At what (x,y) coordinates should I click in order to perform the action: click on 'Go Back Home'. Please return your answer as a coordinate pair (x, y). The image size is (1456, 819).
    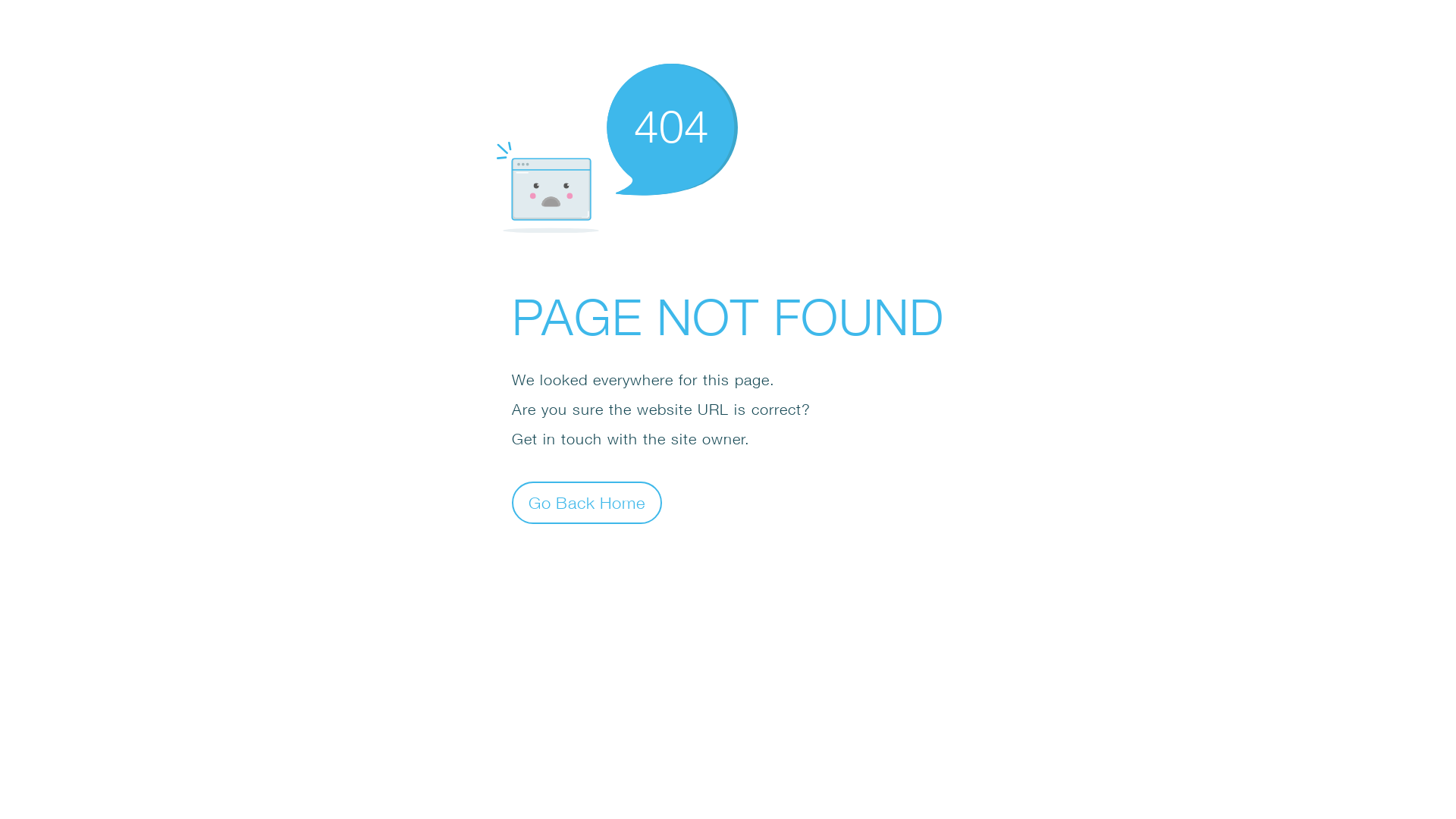
    Looking at the image, I should click on (585, 503).